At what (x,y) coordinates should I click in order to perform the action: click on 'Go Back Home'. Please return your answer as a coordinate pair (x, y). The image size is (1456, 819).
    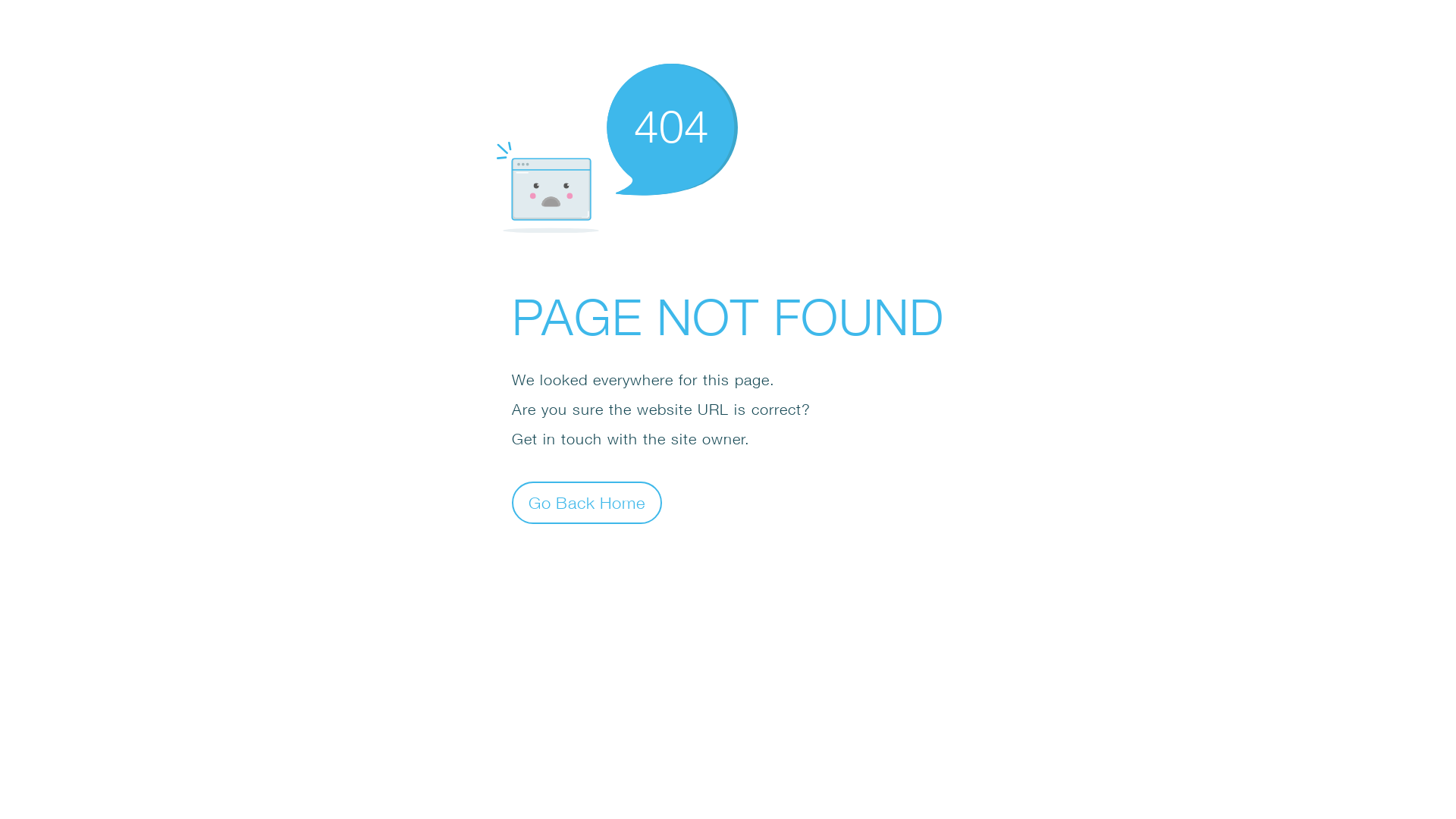
    Looking at the image, I should click on (585, 503).